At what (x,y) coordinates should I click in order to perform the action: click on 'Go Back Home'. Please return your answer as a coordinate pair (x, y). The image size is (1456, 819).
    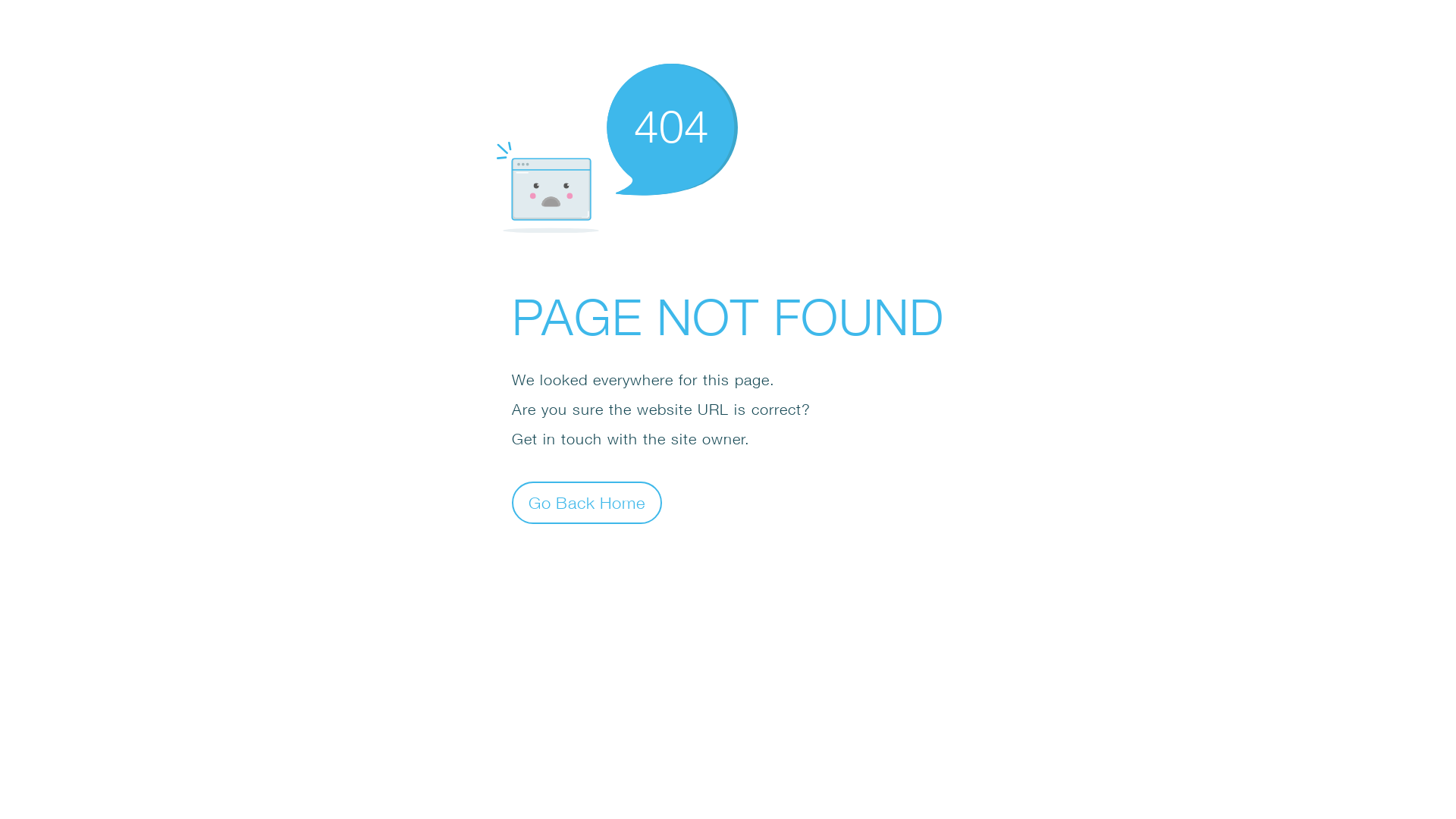
    Looking at the image, I should click on (585, 503).